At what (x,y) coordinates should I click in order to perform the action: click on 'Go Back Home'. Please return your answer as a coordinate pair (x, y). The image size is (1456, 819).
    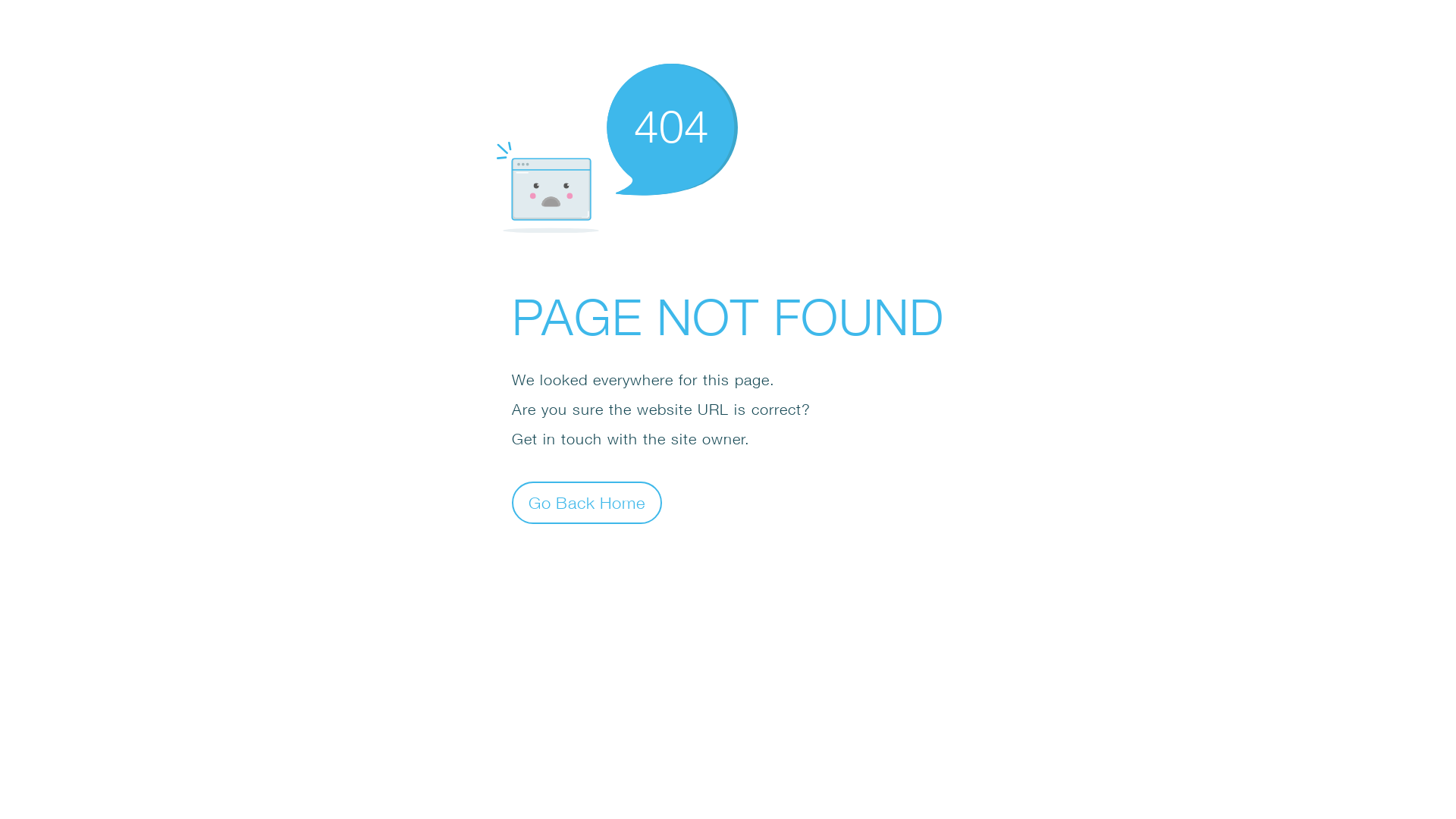
    Looking at the image, I should click on (585, 503).